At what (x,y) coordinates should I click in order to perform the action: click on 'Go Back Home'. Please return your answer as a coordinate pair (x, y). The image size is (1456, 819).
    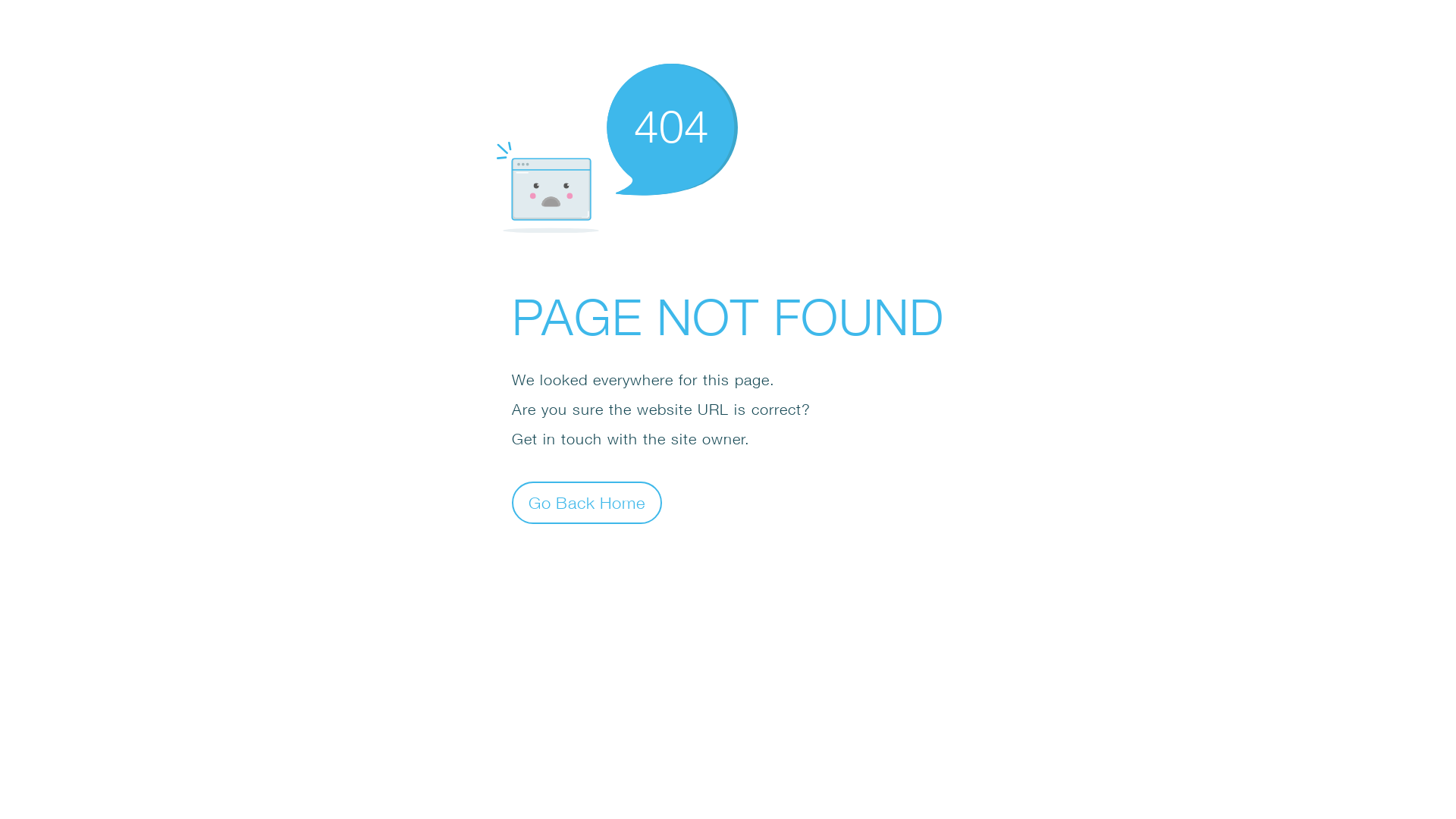
    Looking at the image, I should click on (585, 503).